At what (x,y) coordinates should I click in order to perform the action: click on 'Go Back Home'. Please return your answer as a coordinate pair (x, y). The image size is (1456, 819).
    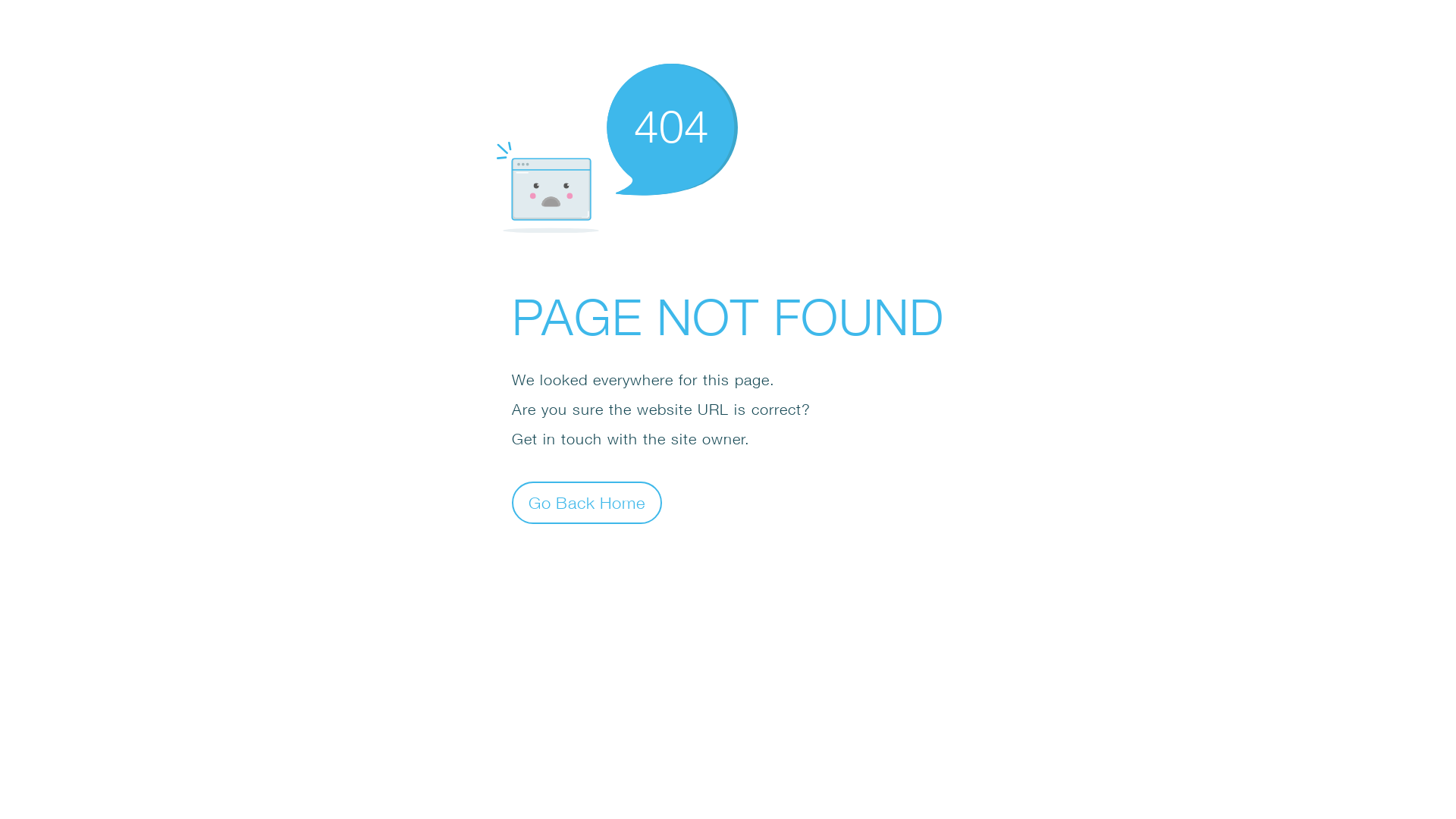
    Looking at the image, I should click on (585, 503).